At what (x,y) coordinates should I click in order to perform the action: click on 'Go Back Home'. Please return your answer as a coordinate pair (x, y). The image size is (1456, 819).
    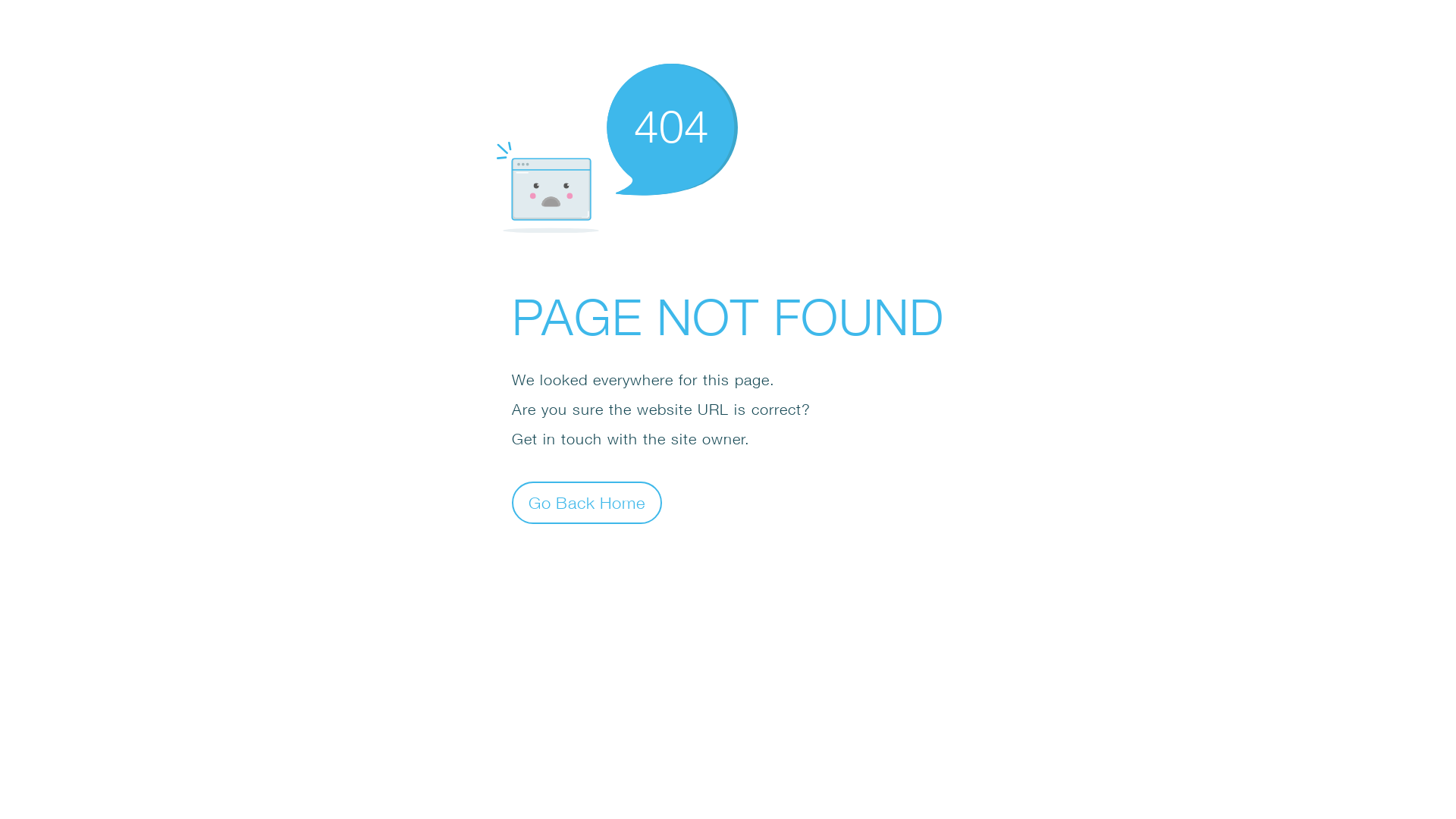
    Looking at the image, I should click on (585, 503).